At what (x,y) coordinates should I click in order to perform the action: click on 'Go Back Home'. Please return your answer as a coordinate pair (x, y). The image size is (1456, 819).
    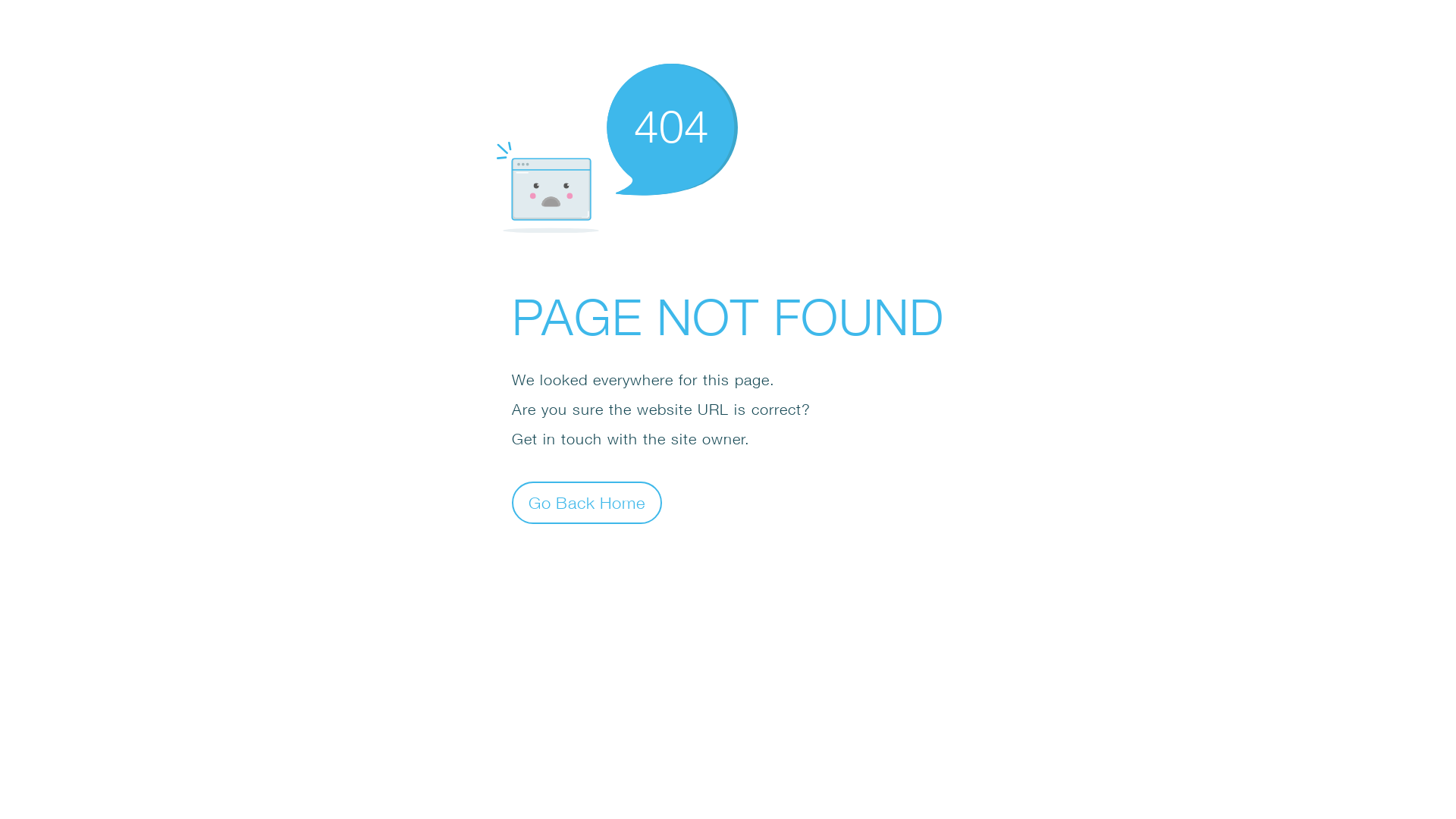
    Looking at the image, I should click on (585, 503).